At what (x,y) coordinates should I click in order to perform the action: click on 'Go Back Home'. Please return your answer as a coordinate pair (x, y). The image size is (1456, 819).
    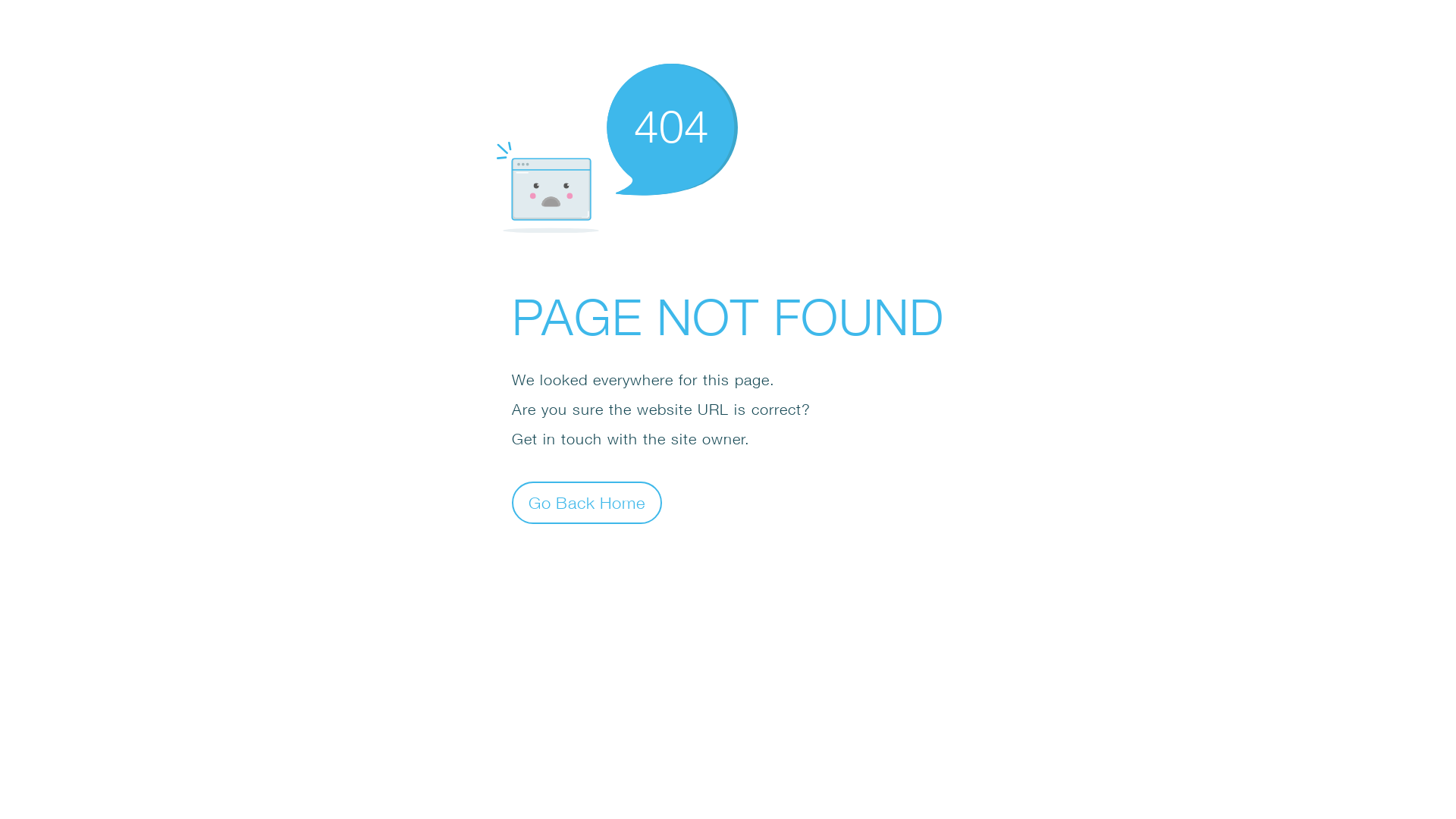
    Looking at the image, I should click on (585, 503).